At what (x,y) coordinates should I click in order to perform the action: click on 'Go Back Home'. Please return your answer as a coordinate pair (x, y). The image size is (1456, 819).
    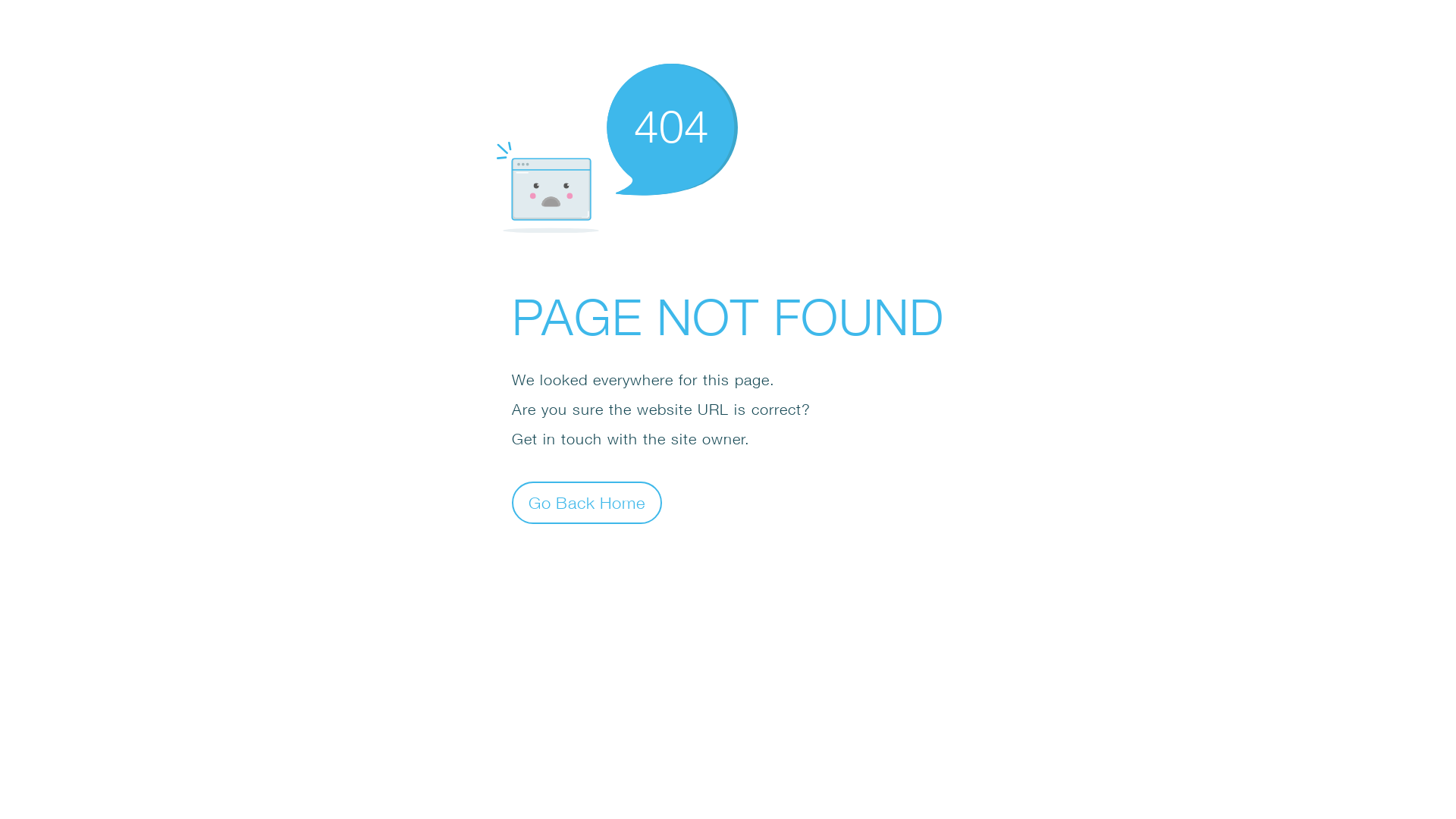
    Looking at the image, I should click on (585, 503).